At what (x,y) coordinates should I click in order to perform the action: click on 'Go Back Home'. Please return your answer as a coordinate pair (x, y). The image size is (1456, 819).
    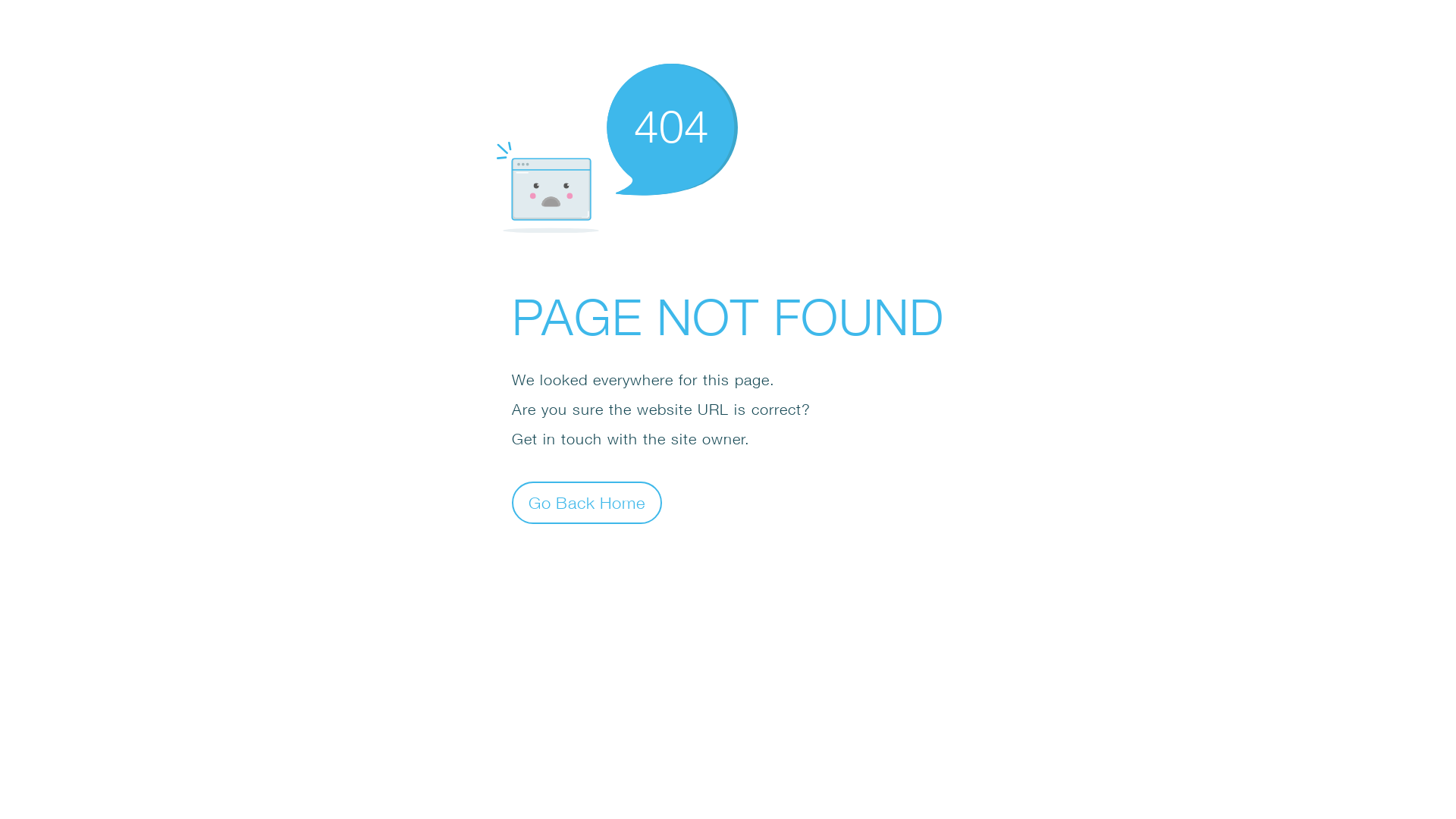
    Looking at the image, I should click on (585, 503).